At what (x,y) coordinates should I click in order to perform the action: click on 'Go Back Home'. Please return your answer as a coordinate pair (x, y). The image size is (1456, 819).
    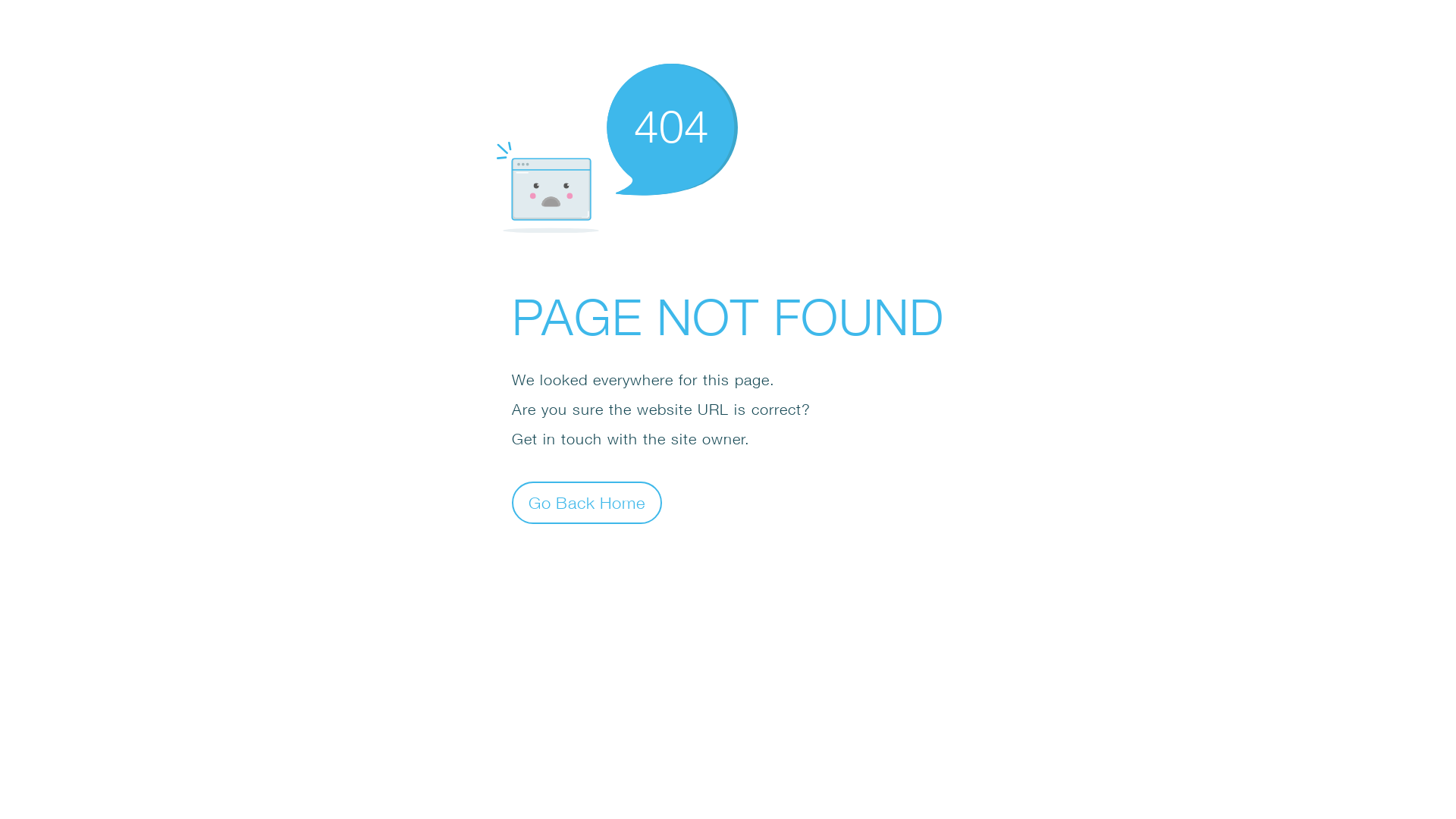
    Looking at the image, I should click on (585, 503).